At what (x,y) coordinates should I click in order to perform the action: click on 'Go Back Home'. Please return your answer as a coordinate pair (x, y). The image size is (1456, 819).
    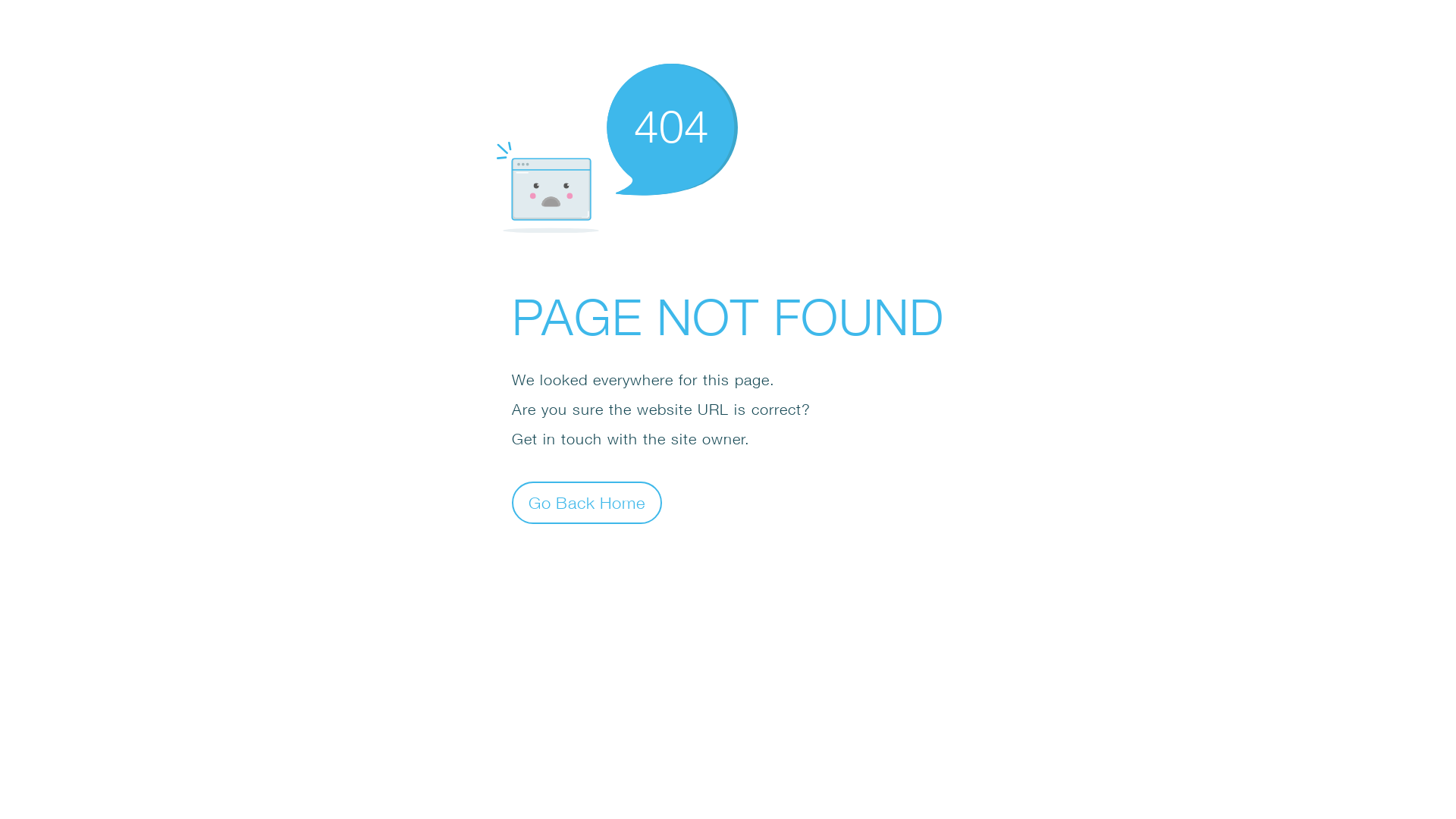
    Looking at the image, I should click on (585, 503).